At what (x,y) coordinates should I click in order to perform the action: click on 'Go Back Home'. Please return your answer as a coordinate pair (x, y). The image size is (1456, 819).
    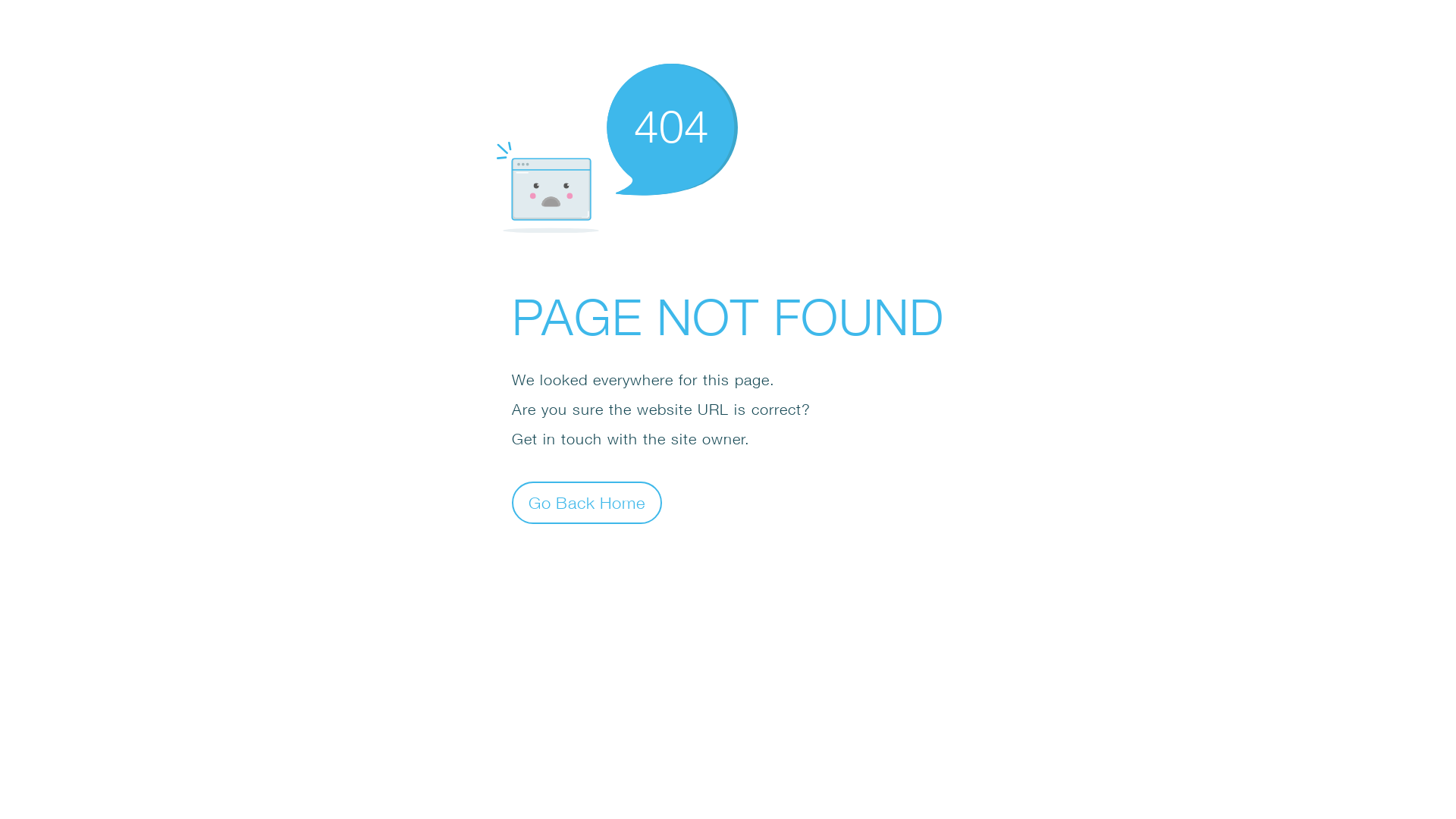
    Looking at the image, I should click on (585, 503).